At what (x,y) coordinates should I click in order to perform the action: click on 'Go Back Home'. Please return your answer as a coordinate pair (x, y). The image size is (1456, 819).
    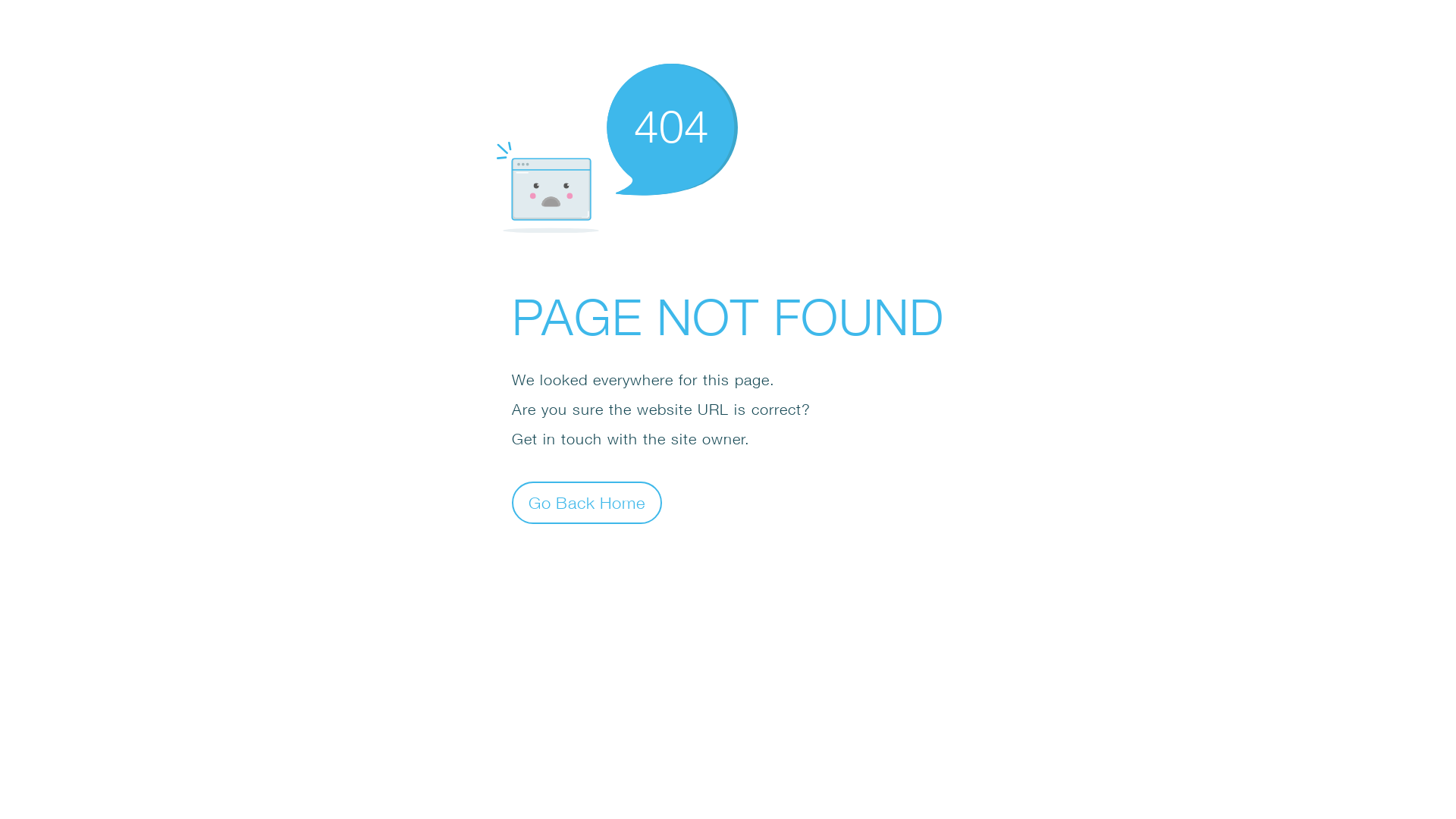
    Looking at the image, I should click on (585, 503).